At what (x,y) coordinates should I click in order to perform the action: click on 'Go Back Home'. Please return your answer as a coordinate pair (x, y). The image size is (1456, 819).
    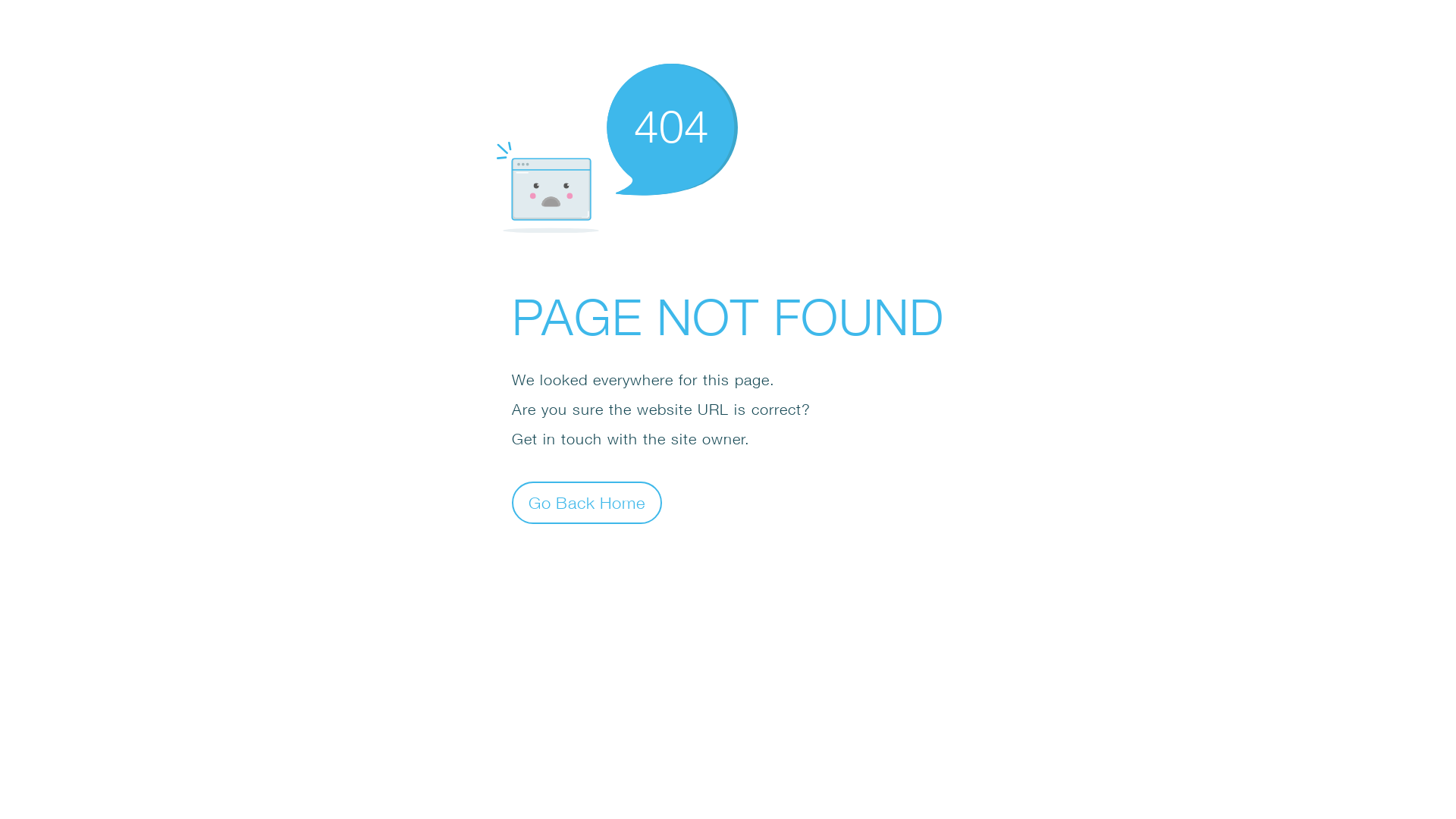
    Looking at the image, I should click on (585, 503).